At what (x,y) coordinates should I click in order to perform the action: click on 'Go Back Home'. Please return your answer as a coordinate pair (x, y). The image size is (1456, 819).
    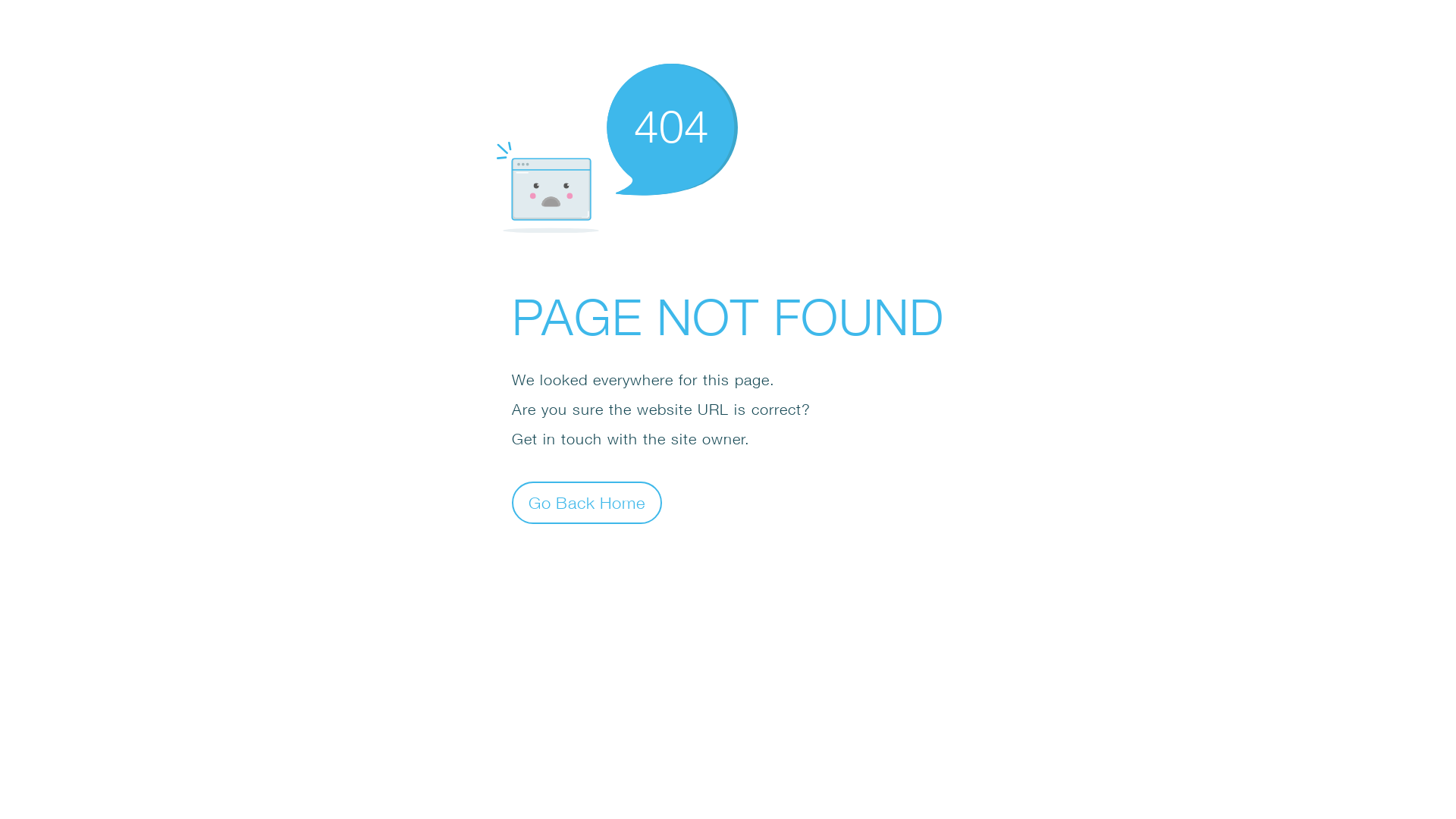
    Looking at the image, I should click on (585, 503).